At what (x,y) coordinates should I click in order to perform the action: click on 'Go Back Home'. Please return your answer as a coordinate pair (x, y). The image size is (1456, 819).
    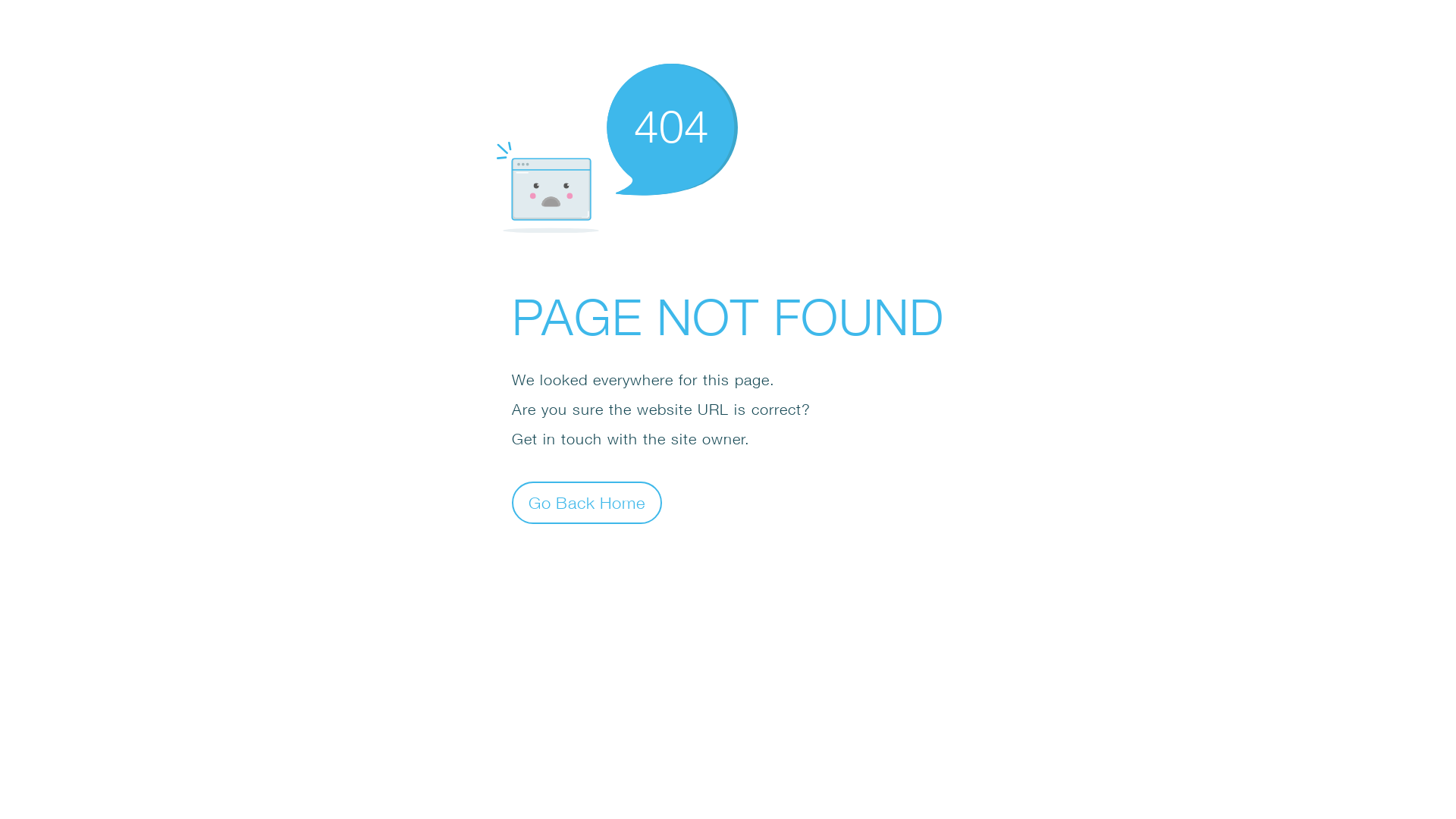
    Looking at the image, I should click on (585, 503).